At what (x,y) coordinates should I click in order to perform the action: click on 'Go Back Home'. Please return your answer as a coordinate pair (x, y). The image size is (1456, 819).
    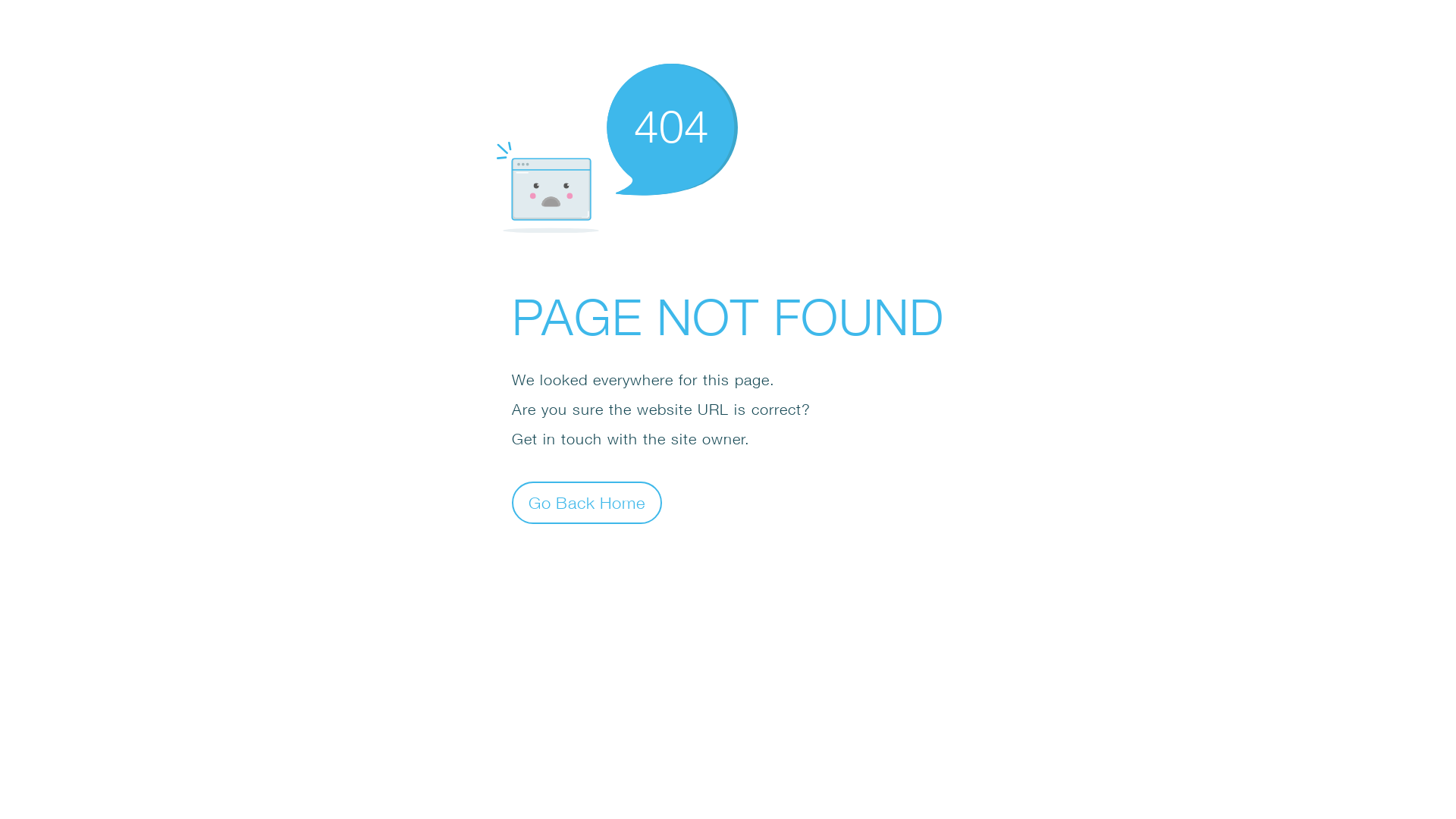
    Looking at the image, I should click on (585, 503).